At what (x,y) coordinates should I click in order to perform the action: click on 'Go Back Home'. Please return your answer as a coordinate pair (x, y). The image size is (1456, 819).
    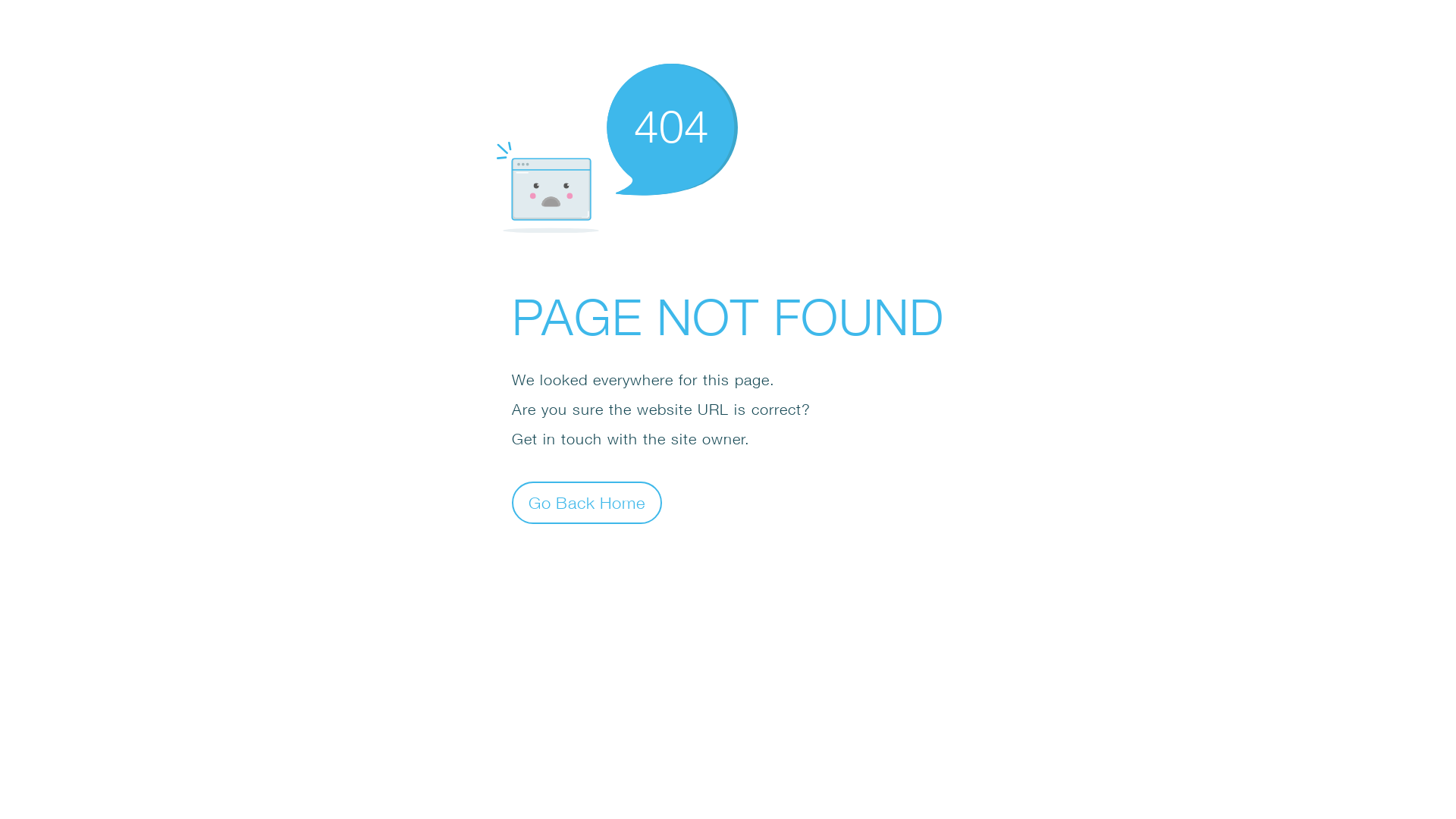
    Looking at the image, I should click on (585, 503).